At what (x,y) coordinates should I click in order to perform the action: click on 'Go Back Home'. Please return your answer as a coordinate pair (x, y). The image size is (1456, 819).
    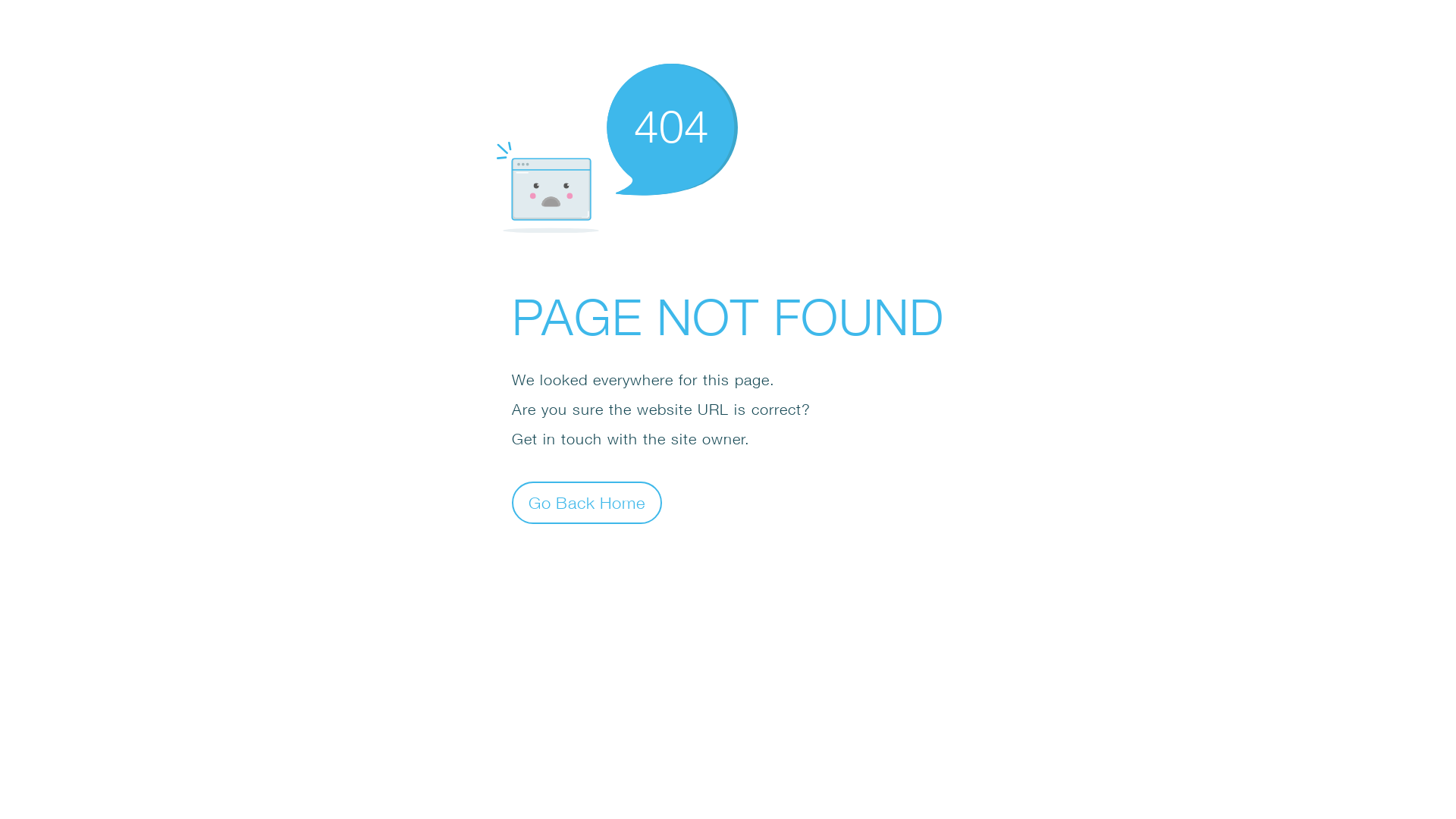
    Looking at the image, I should click on (585, 503).